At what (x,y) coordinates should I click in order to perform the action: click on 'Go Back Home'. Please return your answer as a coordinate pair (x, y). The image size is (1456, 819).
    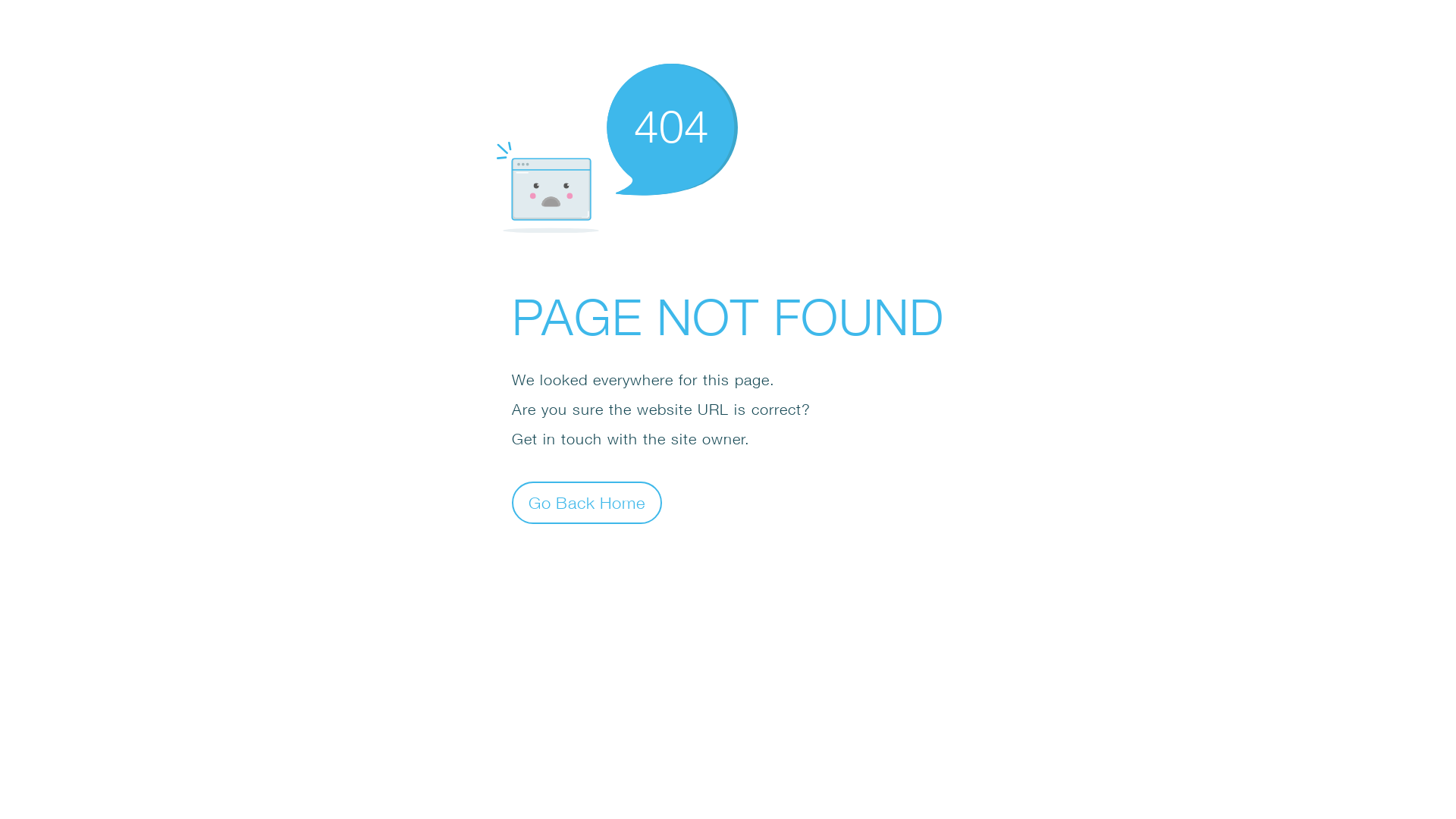
    Looking at the image, I should click on (585, 503).